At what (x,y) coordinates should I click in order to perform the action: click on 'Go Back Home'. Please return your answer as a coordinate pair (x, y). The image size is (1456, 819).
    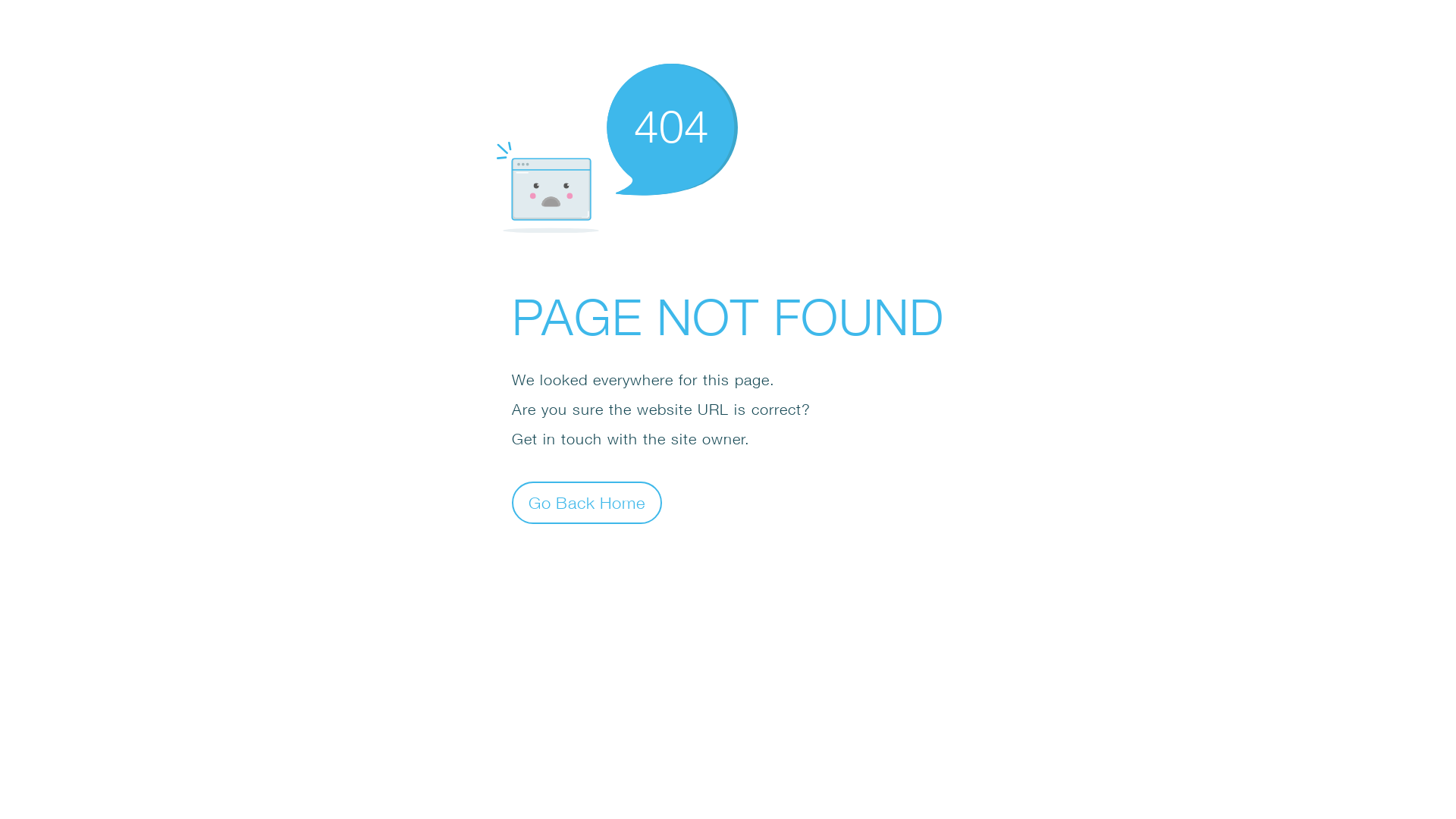
    Looking at the image, I should click on (585, 503).